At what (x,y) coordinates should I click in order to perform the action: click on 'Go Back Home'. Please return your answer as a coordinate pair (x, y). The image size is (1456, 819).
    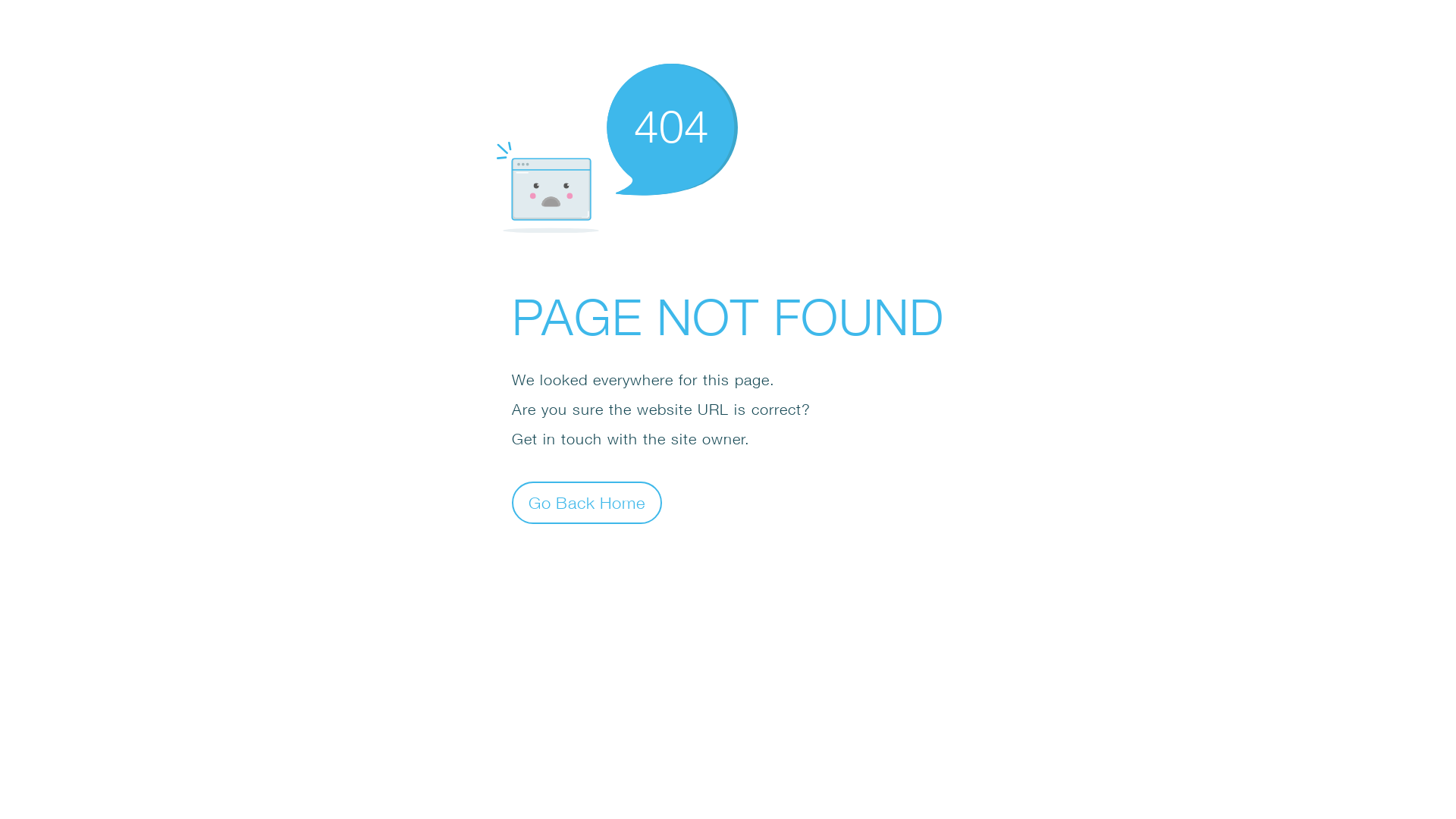
    Looking at the image, I should click on (585, 503).